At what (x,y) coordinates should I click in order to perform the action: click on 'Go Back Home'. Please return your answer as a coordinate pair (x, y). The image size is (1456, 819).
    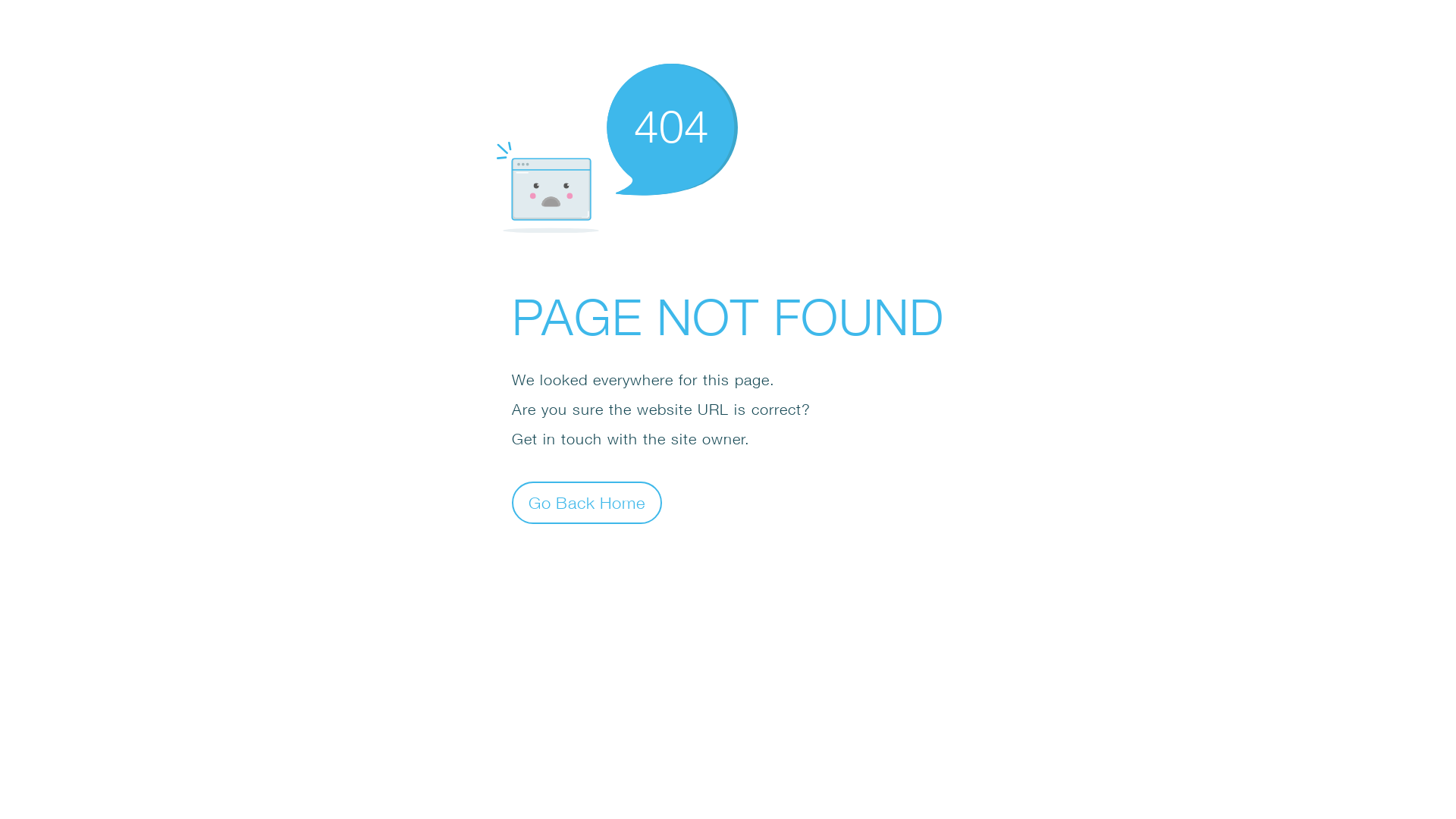
    Looking at the image, I should click on (585, 503).